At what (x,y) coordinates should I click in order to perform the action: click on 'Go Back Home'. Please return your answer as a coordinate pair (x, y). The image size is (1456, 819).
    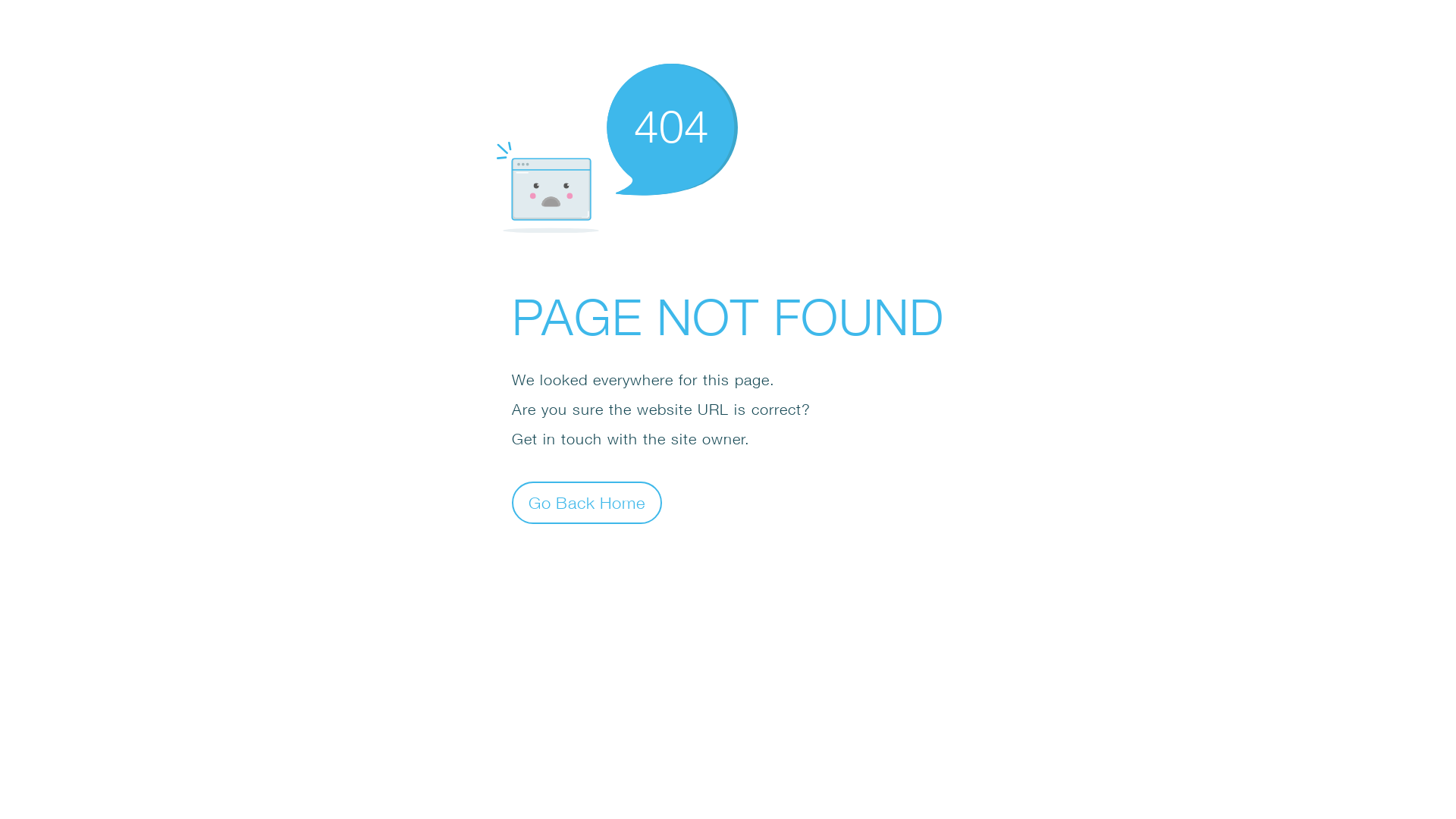
    Looking at the image, I should click on (585, 503).